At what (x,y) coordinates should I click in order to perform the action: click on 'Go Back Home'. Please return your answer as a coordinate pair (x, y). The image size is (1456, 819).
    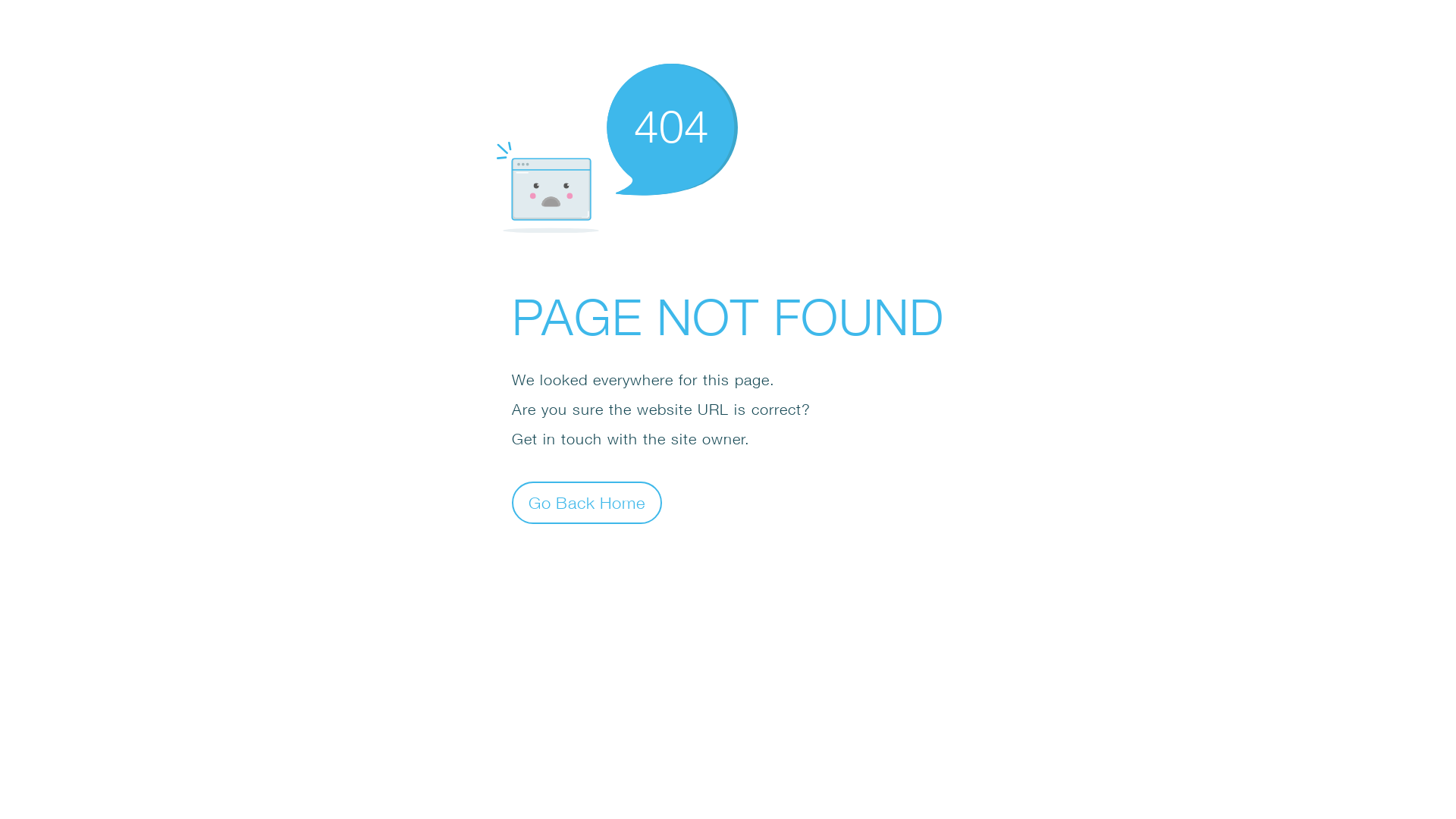
    Looking at the image, I should click on (585, 503).